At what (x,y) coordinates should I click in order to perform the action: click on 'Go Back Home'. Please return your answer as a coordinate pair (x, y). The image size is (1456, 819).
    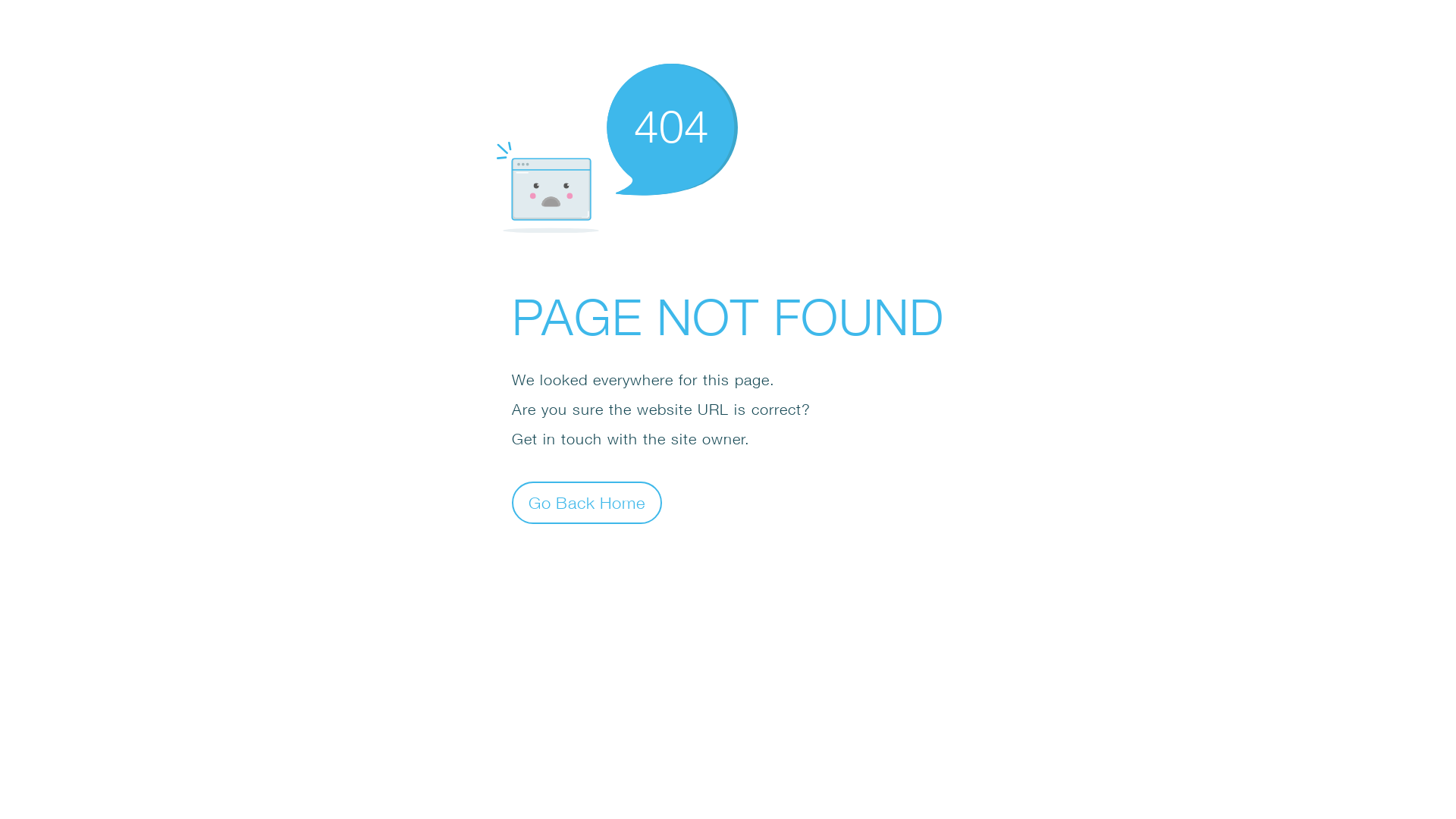
    Looking at the image, I should click on (585, 503).